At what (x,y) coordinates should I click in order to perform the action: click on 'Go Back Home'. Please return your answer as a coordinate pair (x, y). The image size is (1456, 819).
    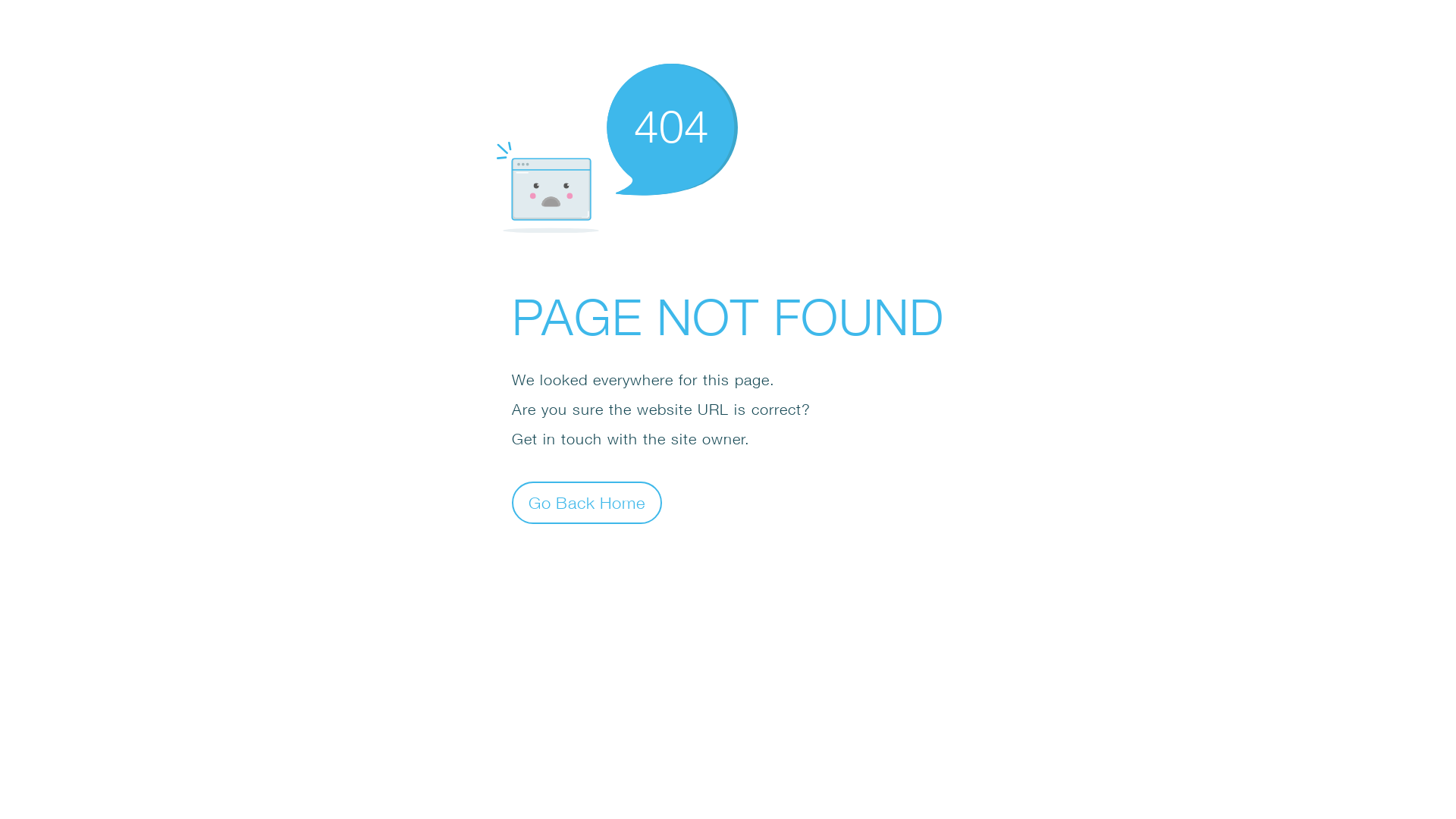
    Looking at the image, I should click on (585, 503).